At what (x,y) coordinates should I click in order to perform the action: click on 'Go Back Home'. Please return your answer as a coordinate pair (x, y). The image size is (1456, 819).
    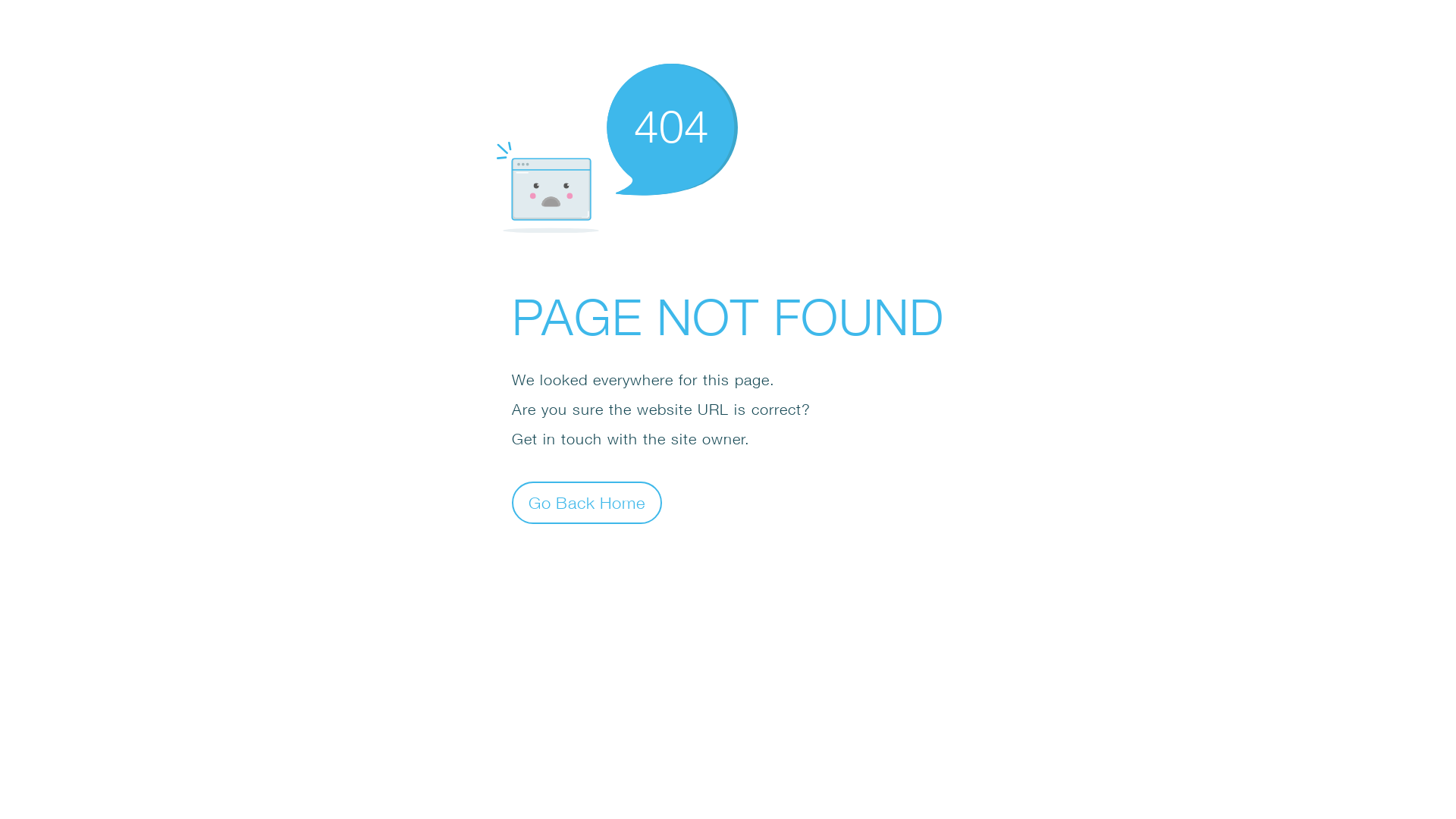
    Looking at the image, I should click on (585, 503).